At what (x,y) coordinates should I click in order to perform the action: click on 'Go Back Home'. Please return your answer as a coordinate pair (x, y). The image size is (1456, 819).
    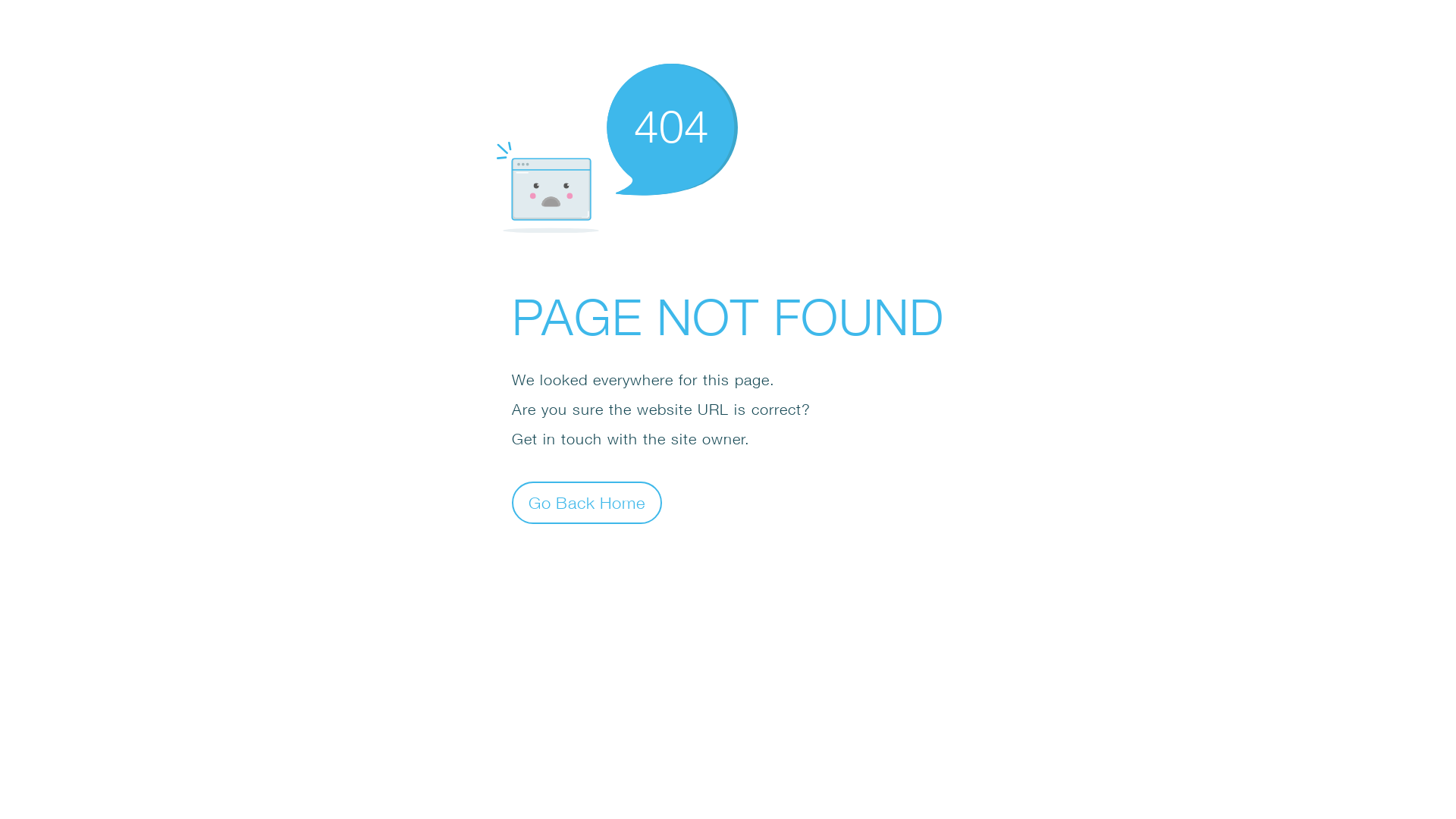
    Looking at the image, I should click on (585, 503).